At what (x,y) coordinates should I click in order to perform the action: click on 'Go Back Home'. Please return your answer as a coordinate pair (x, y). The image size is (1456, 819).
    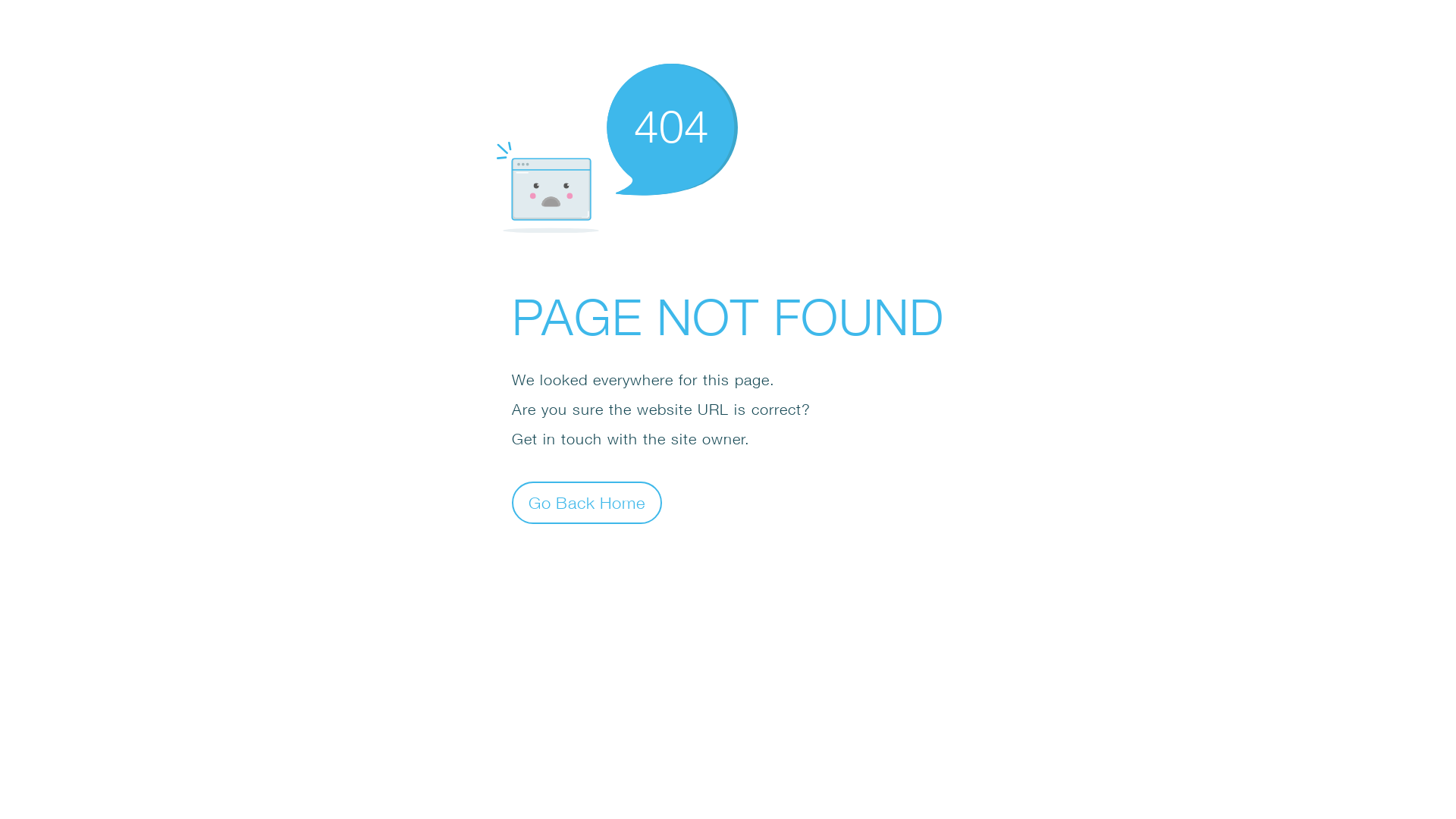
    Looking at the image, I should click on (585, 503).